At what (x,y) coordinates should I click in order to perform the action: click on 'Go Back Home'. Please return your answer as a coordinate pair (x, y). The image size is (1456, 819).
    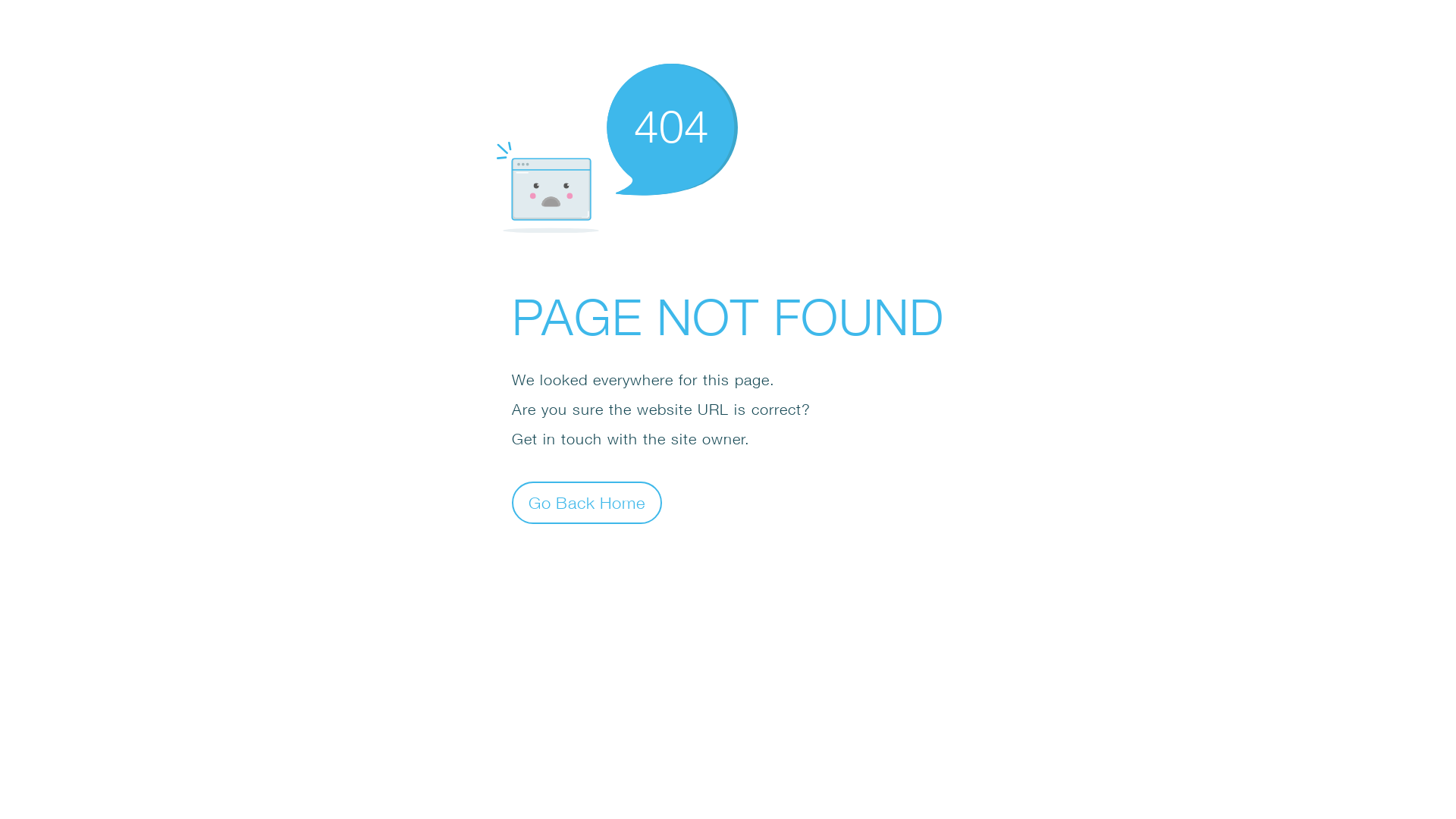
    Looking at the image, I should click on (585, 503).